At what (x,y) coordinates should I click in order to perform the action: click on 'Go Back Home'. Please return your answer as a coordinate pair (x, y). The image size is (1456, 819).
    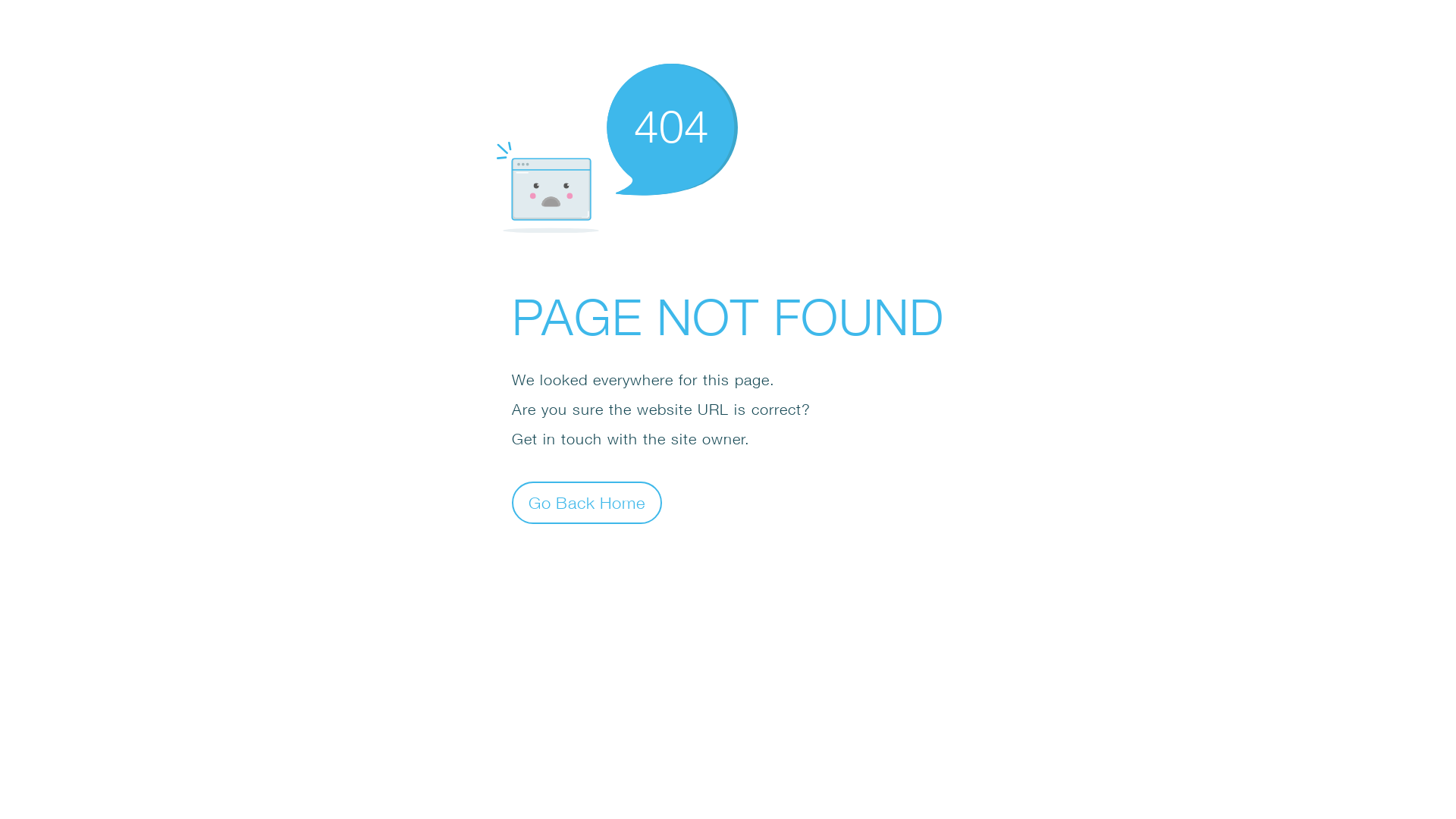
    Looking at the image, I should click on (585, 503).